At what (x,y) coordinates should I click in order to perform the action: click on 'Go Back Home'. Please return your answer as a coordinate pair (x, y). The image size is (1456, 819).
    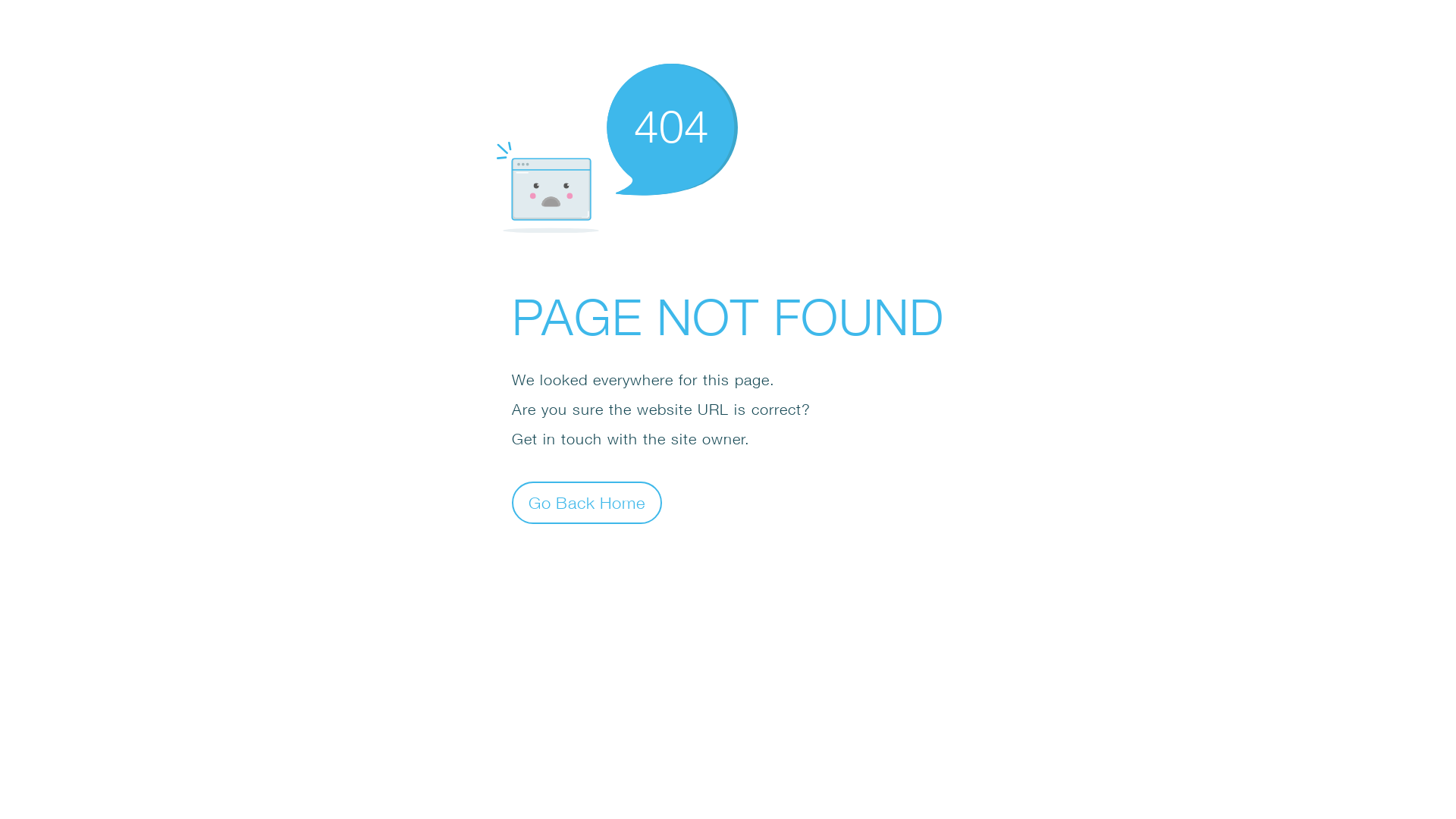
    Looking at the image, I should click on (585, 503).